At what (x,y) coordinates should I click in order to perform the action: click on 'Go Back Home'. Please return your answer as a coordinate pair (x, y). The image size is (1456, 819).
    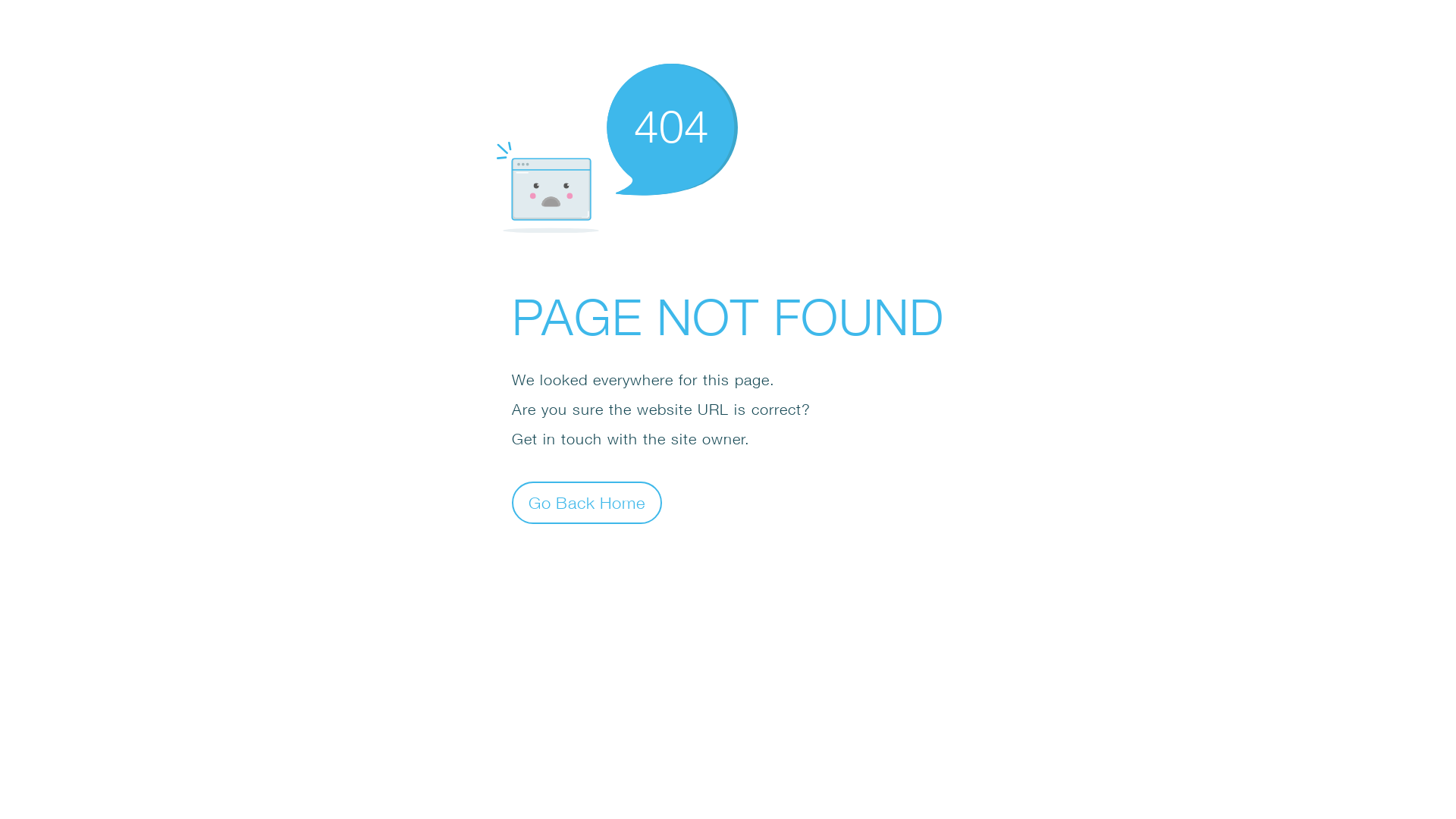
    Looking at the image, I should click on (585, 503).